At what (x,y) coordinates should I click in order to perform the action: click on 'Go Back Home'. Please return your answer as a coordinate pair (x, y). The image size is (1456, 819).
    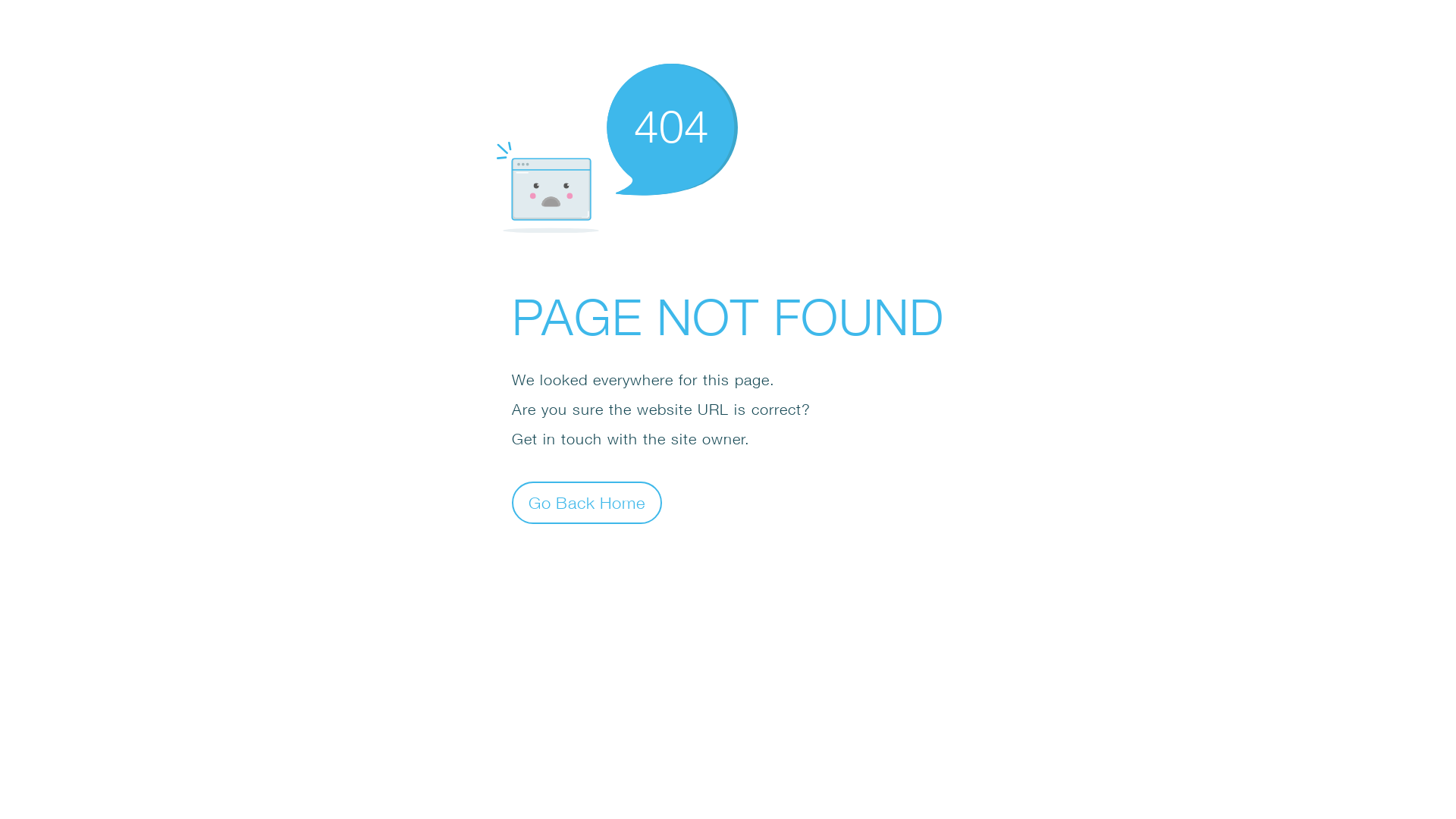
    Looking at the image, I should click on (585, 503).